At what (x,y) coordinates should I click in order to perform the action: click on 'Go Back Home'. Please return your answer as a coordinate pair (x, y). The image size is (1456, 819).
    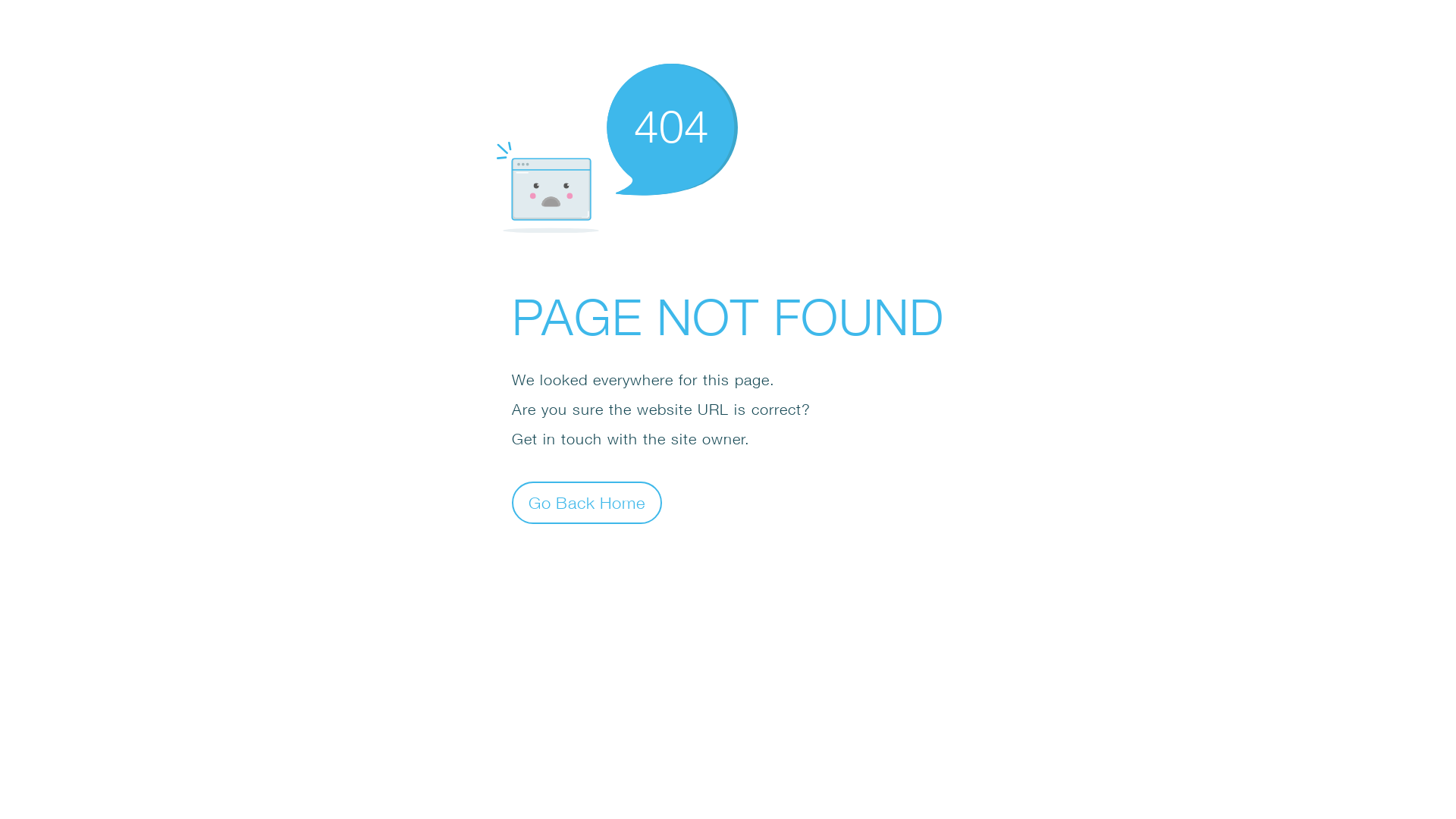
    Looking at the image, I should click on (585, 503).